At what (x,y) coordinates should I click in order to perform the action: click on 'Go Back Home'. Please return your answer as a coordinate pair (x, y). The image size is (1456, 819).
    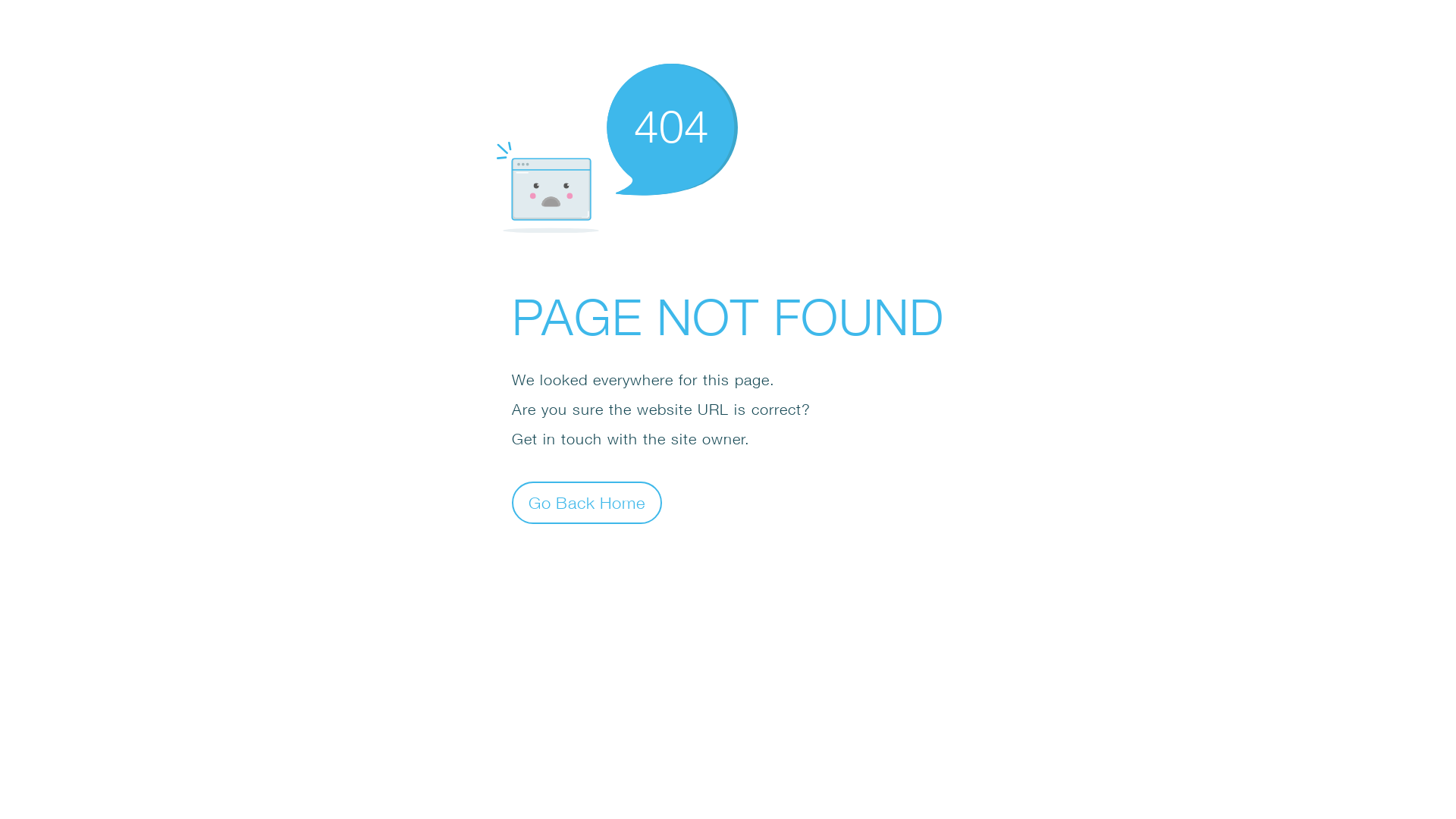
    Looking at the image, I should click on (585, 503).